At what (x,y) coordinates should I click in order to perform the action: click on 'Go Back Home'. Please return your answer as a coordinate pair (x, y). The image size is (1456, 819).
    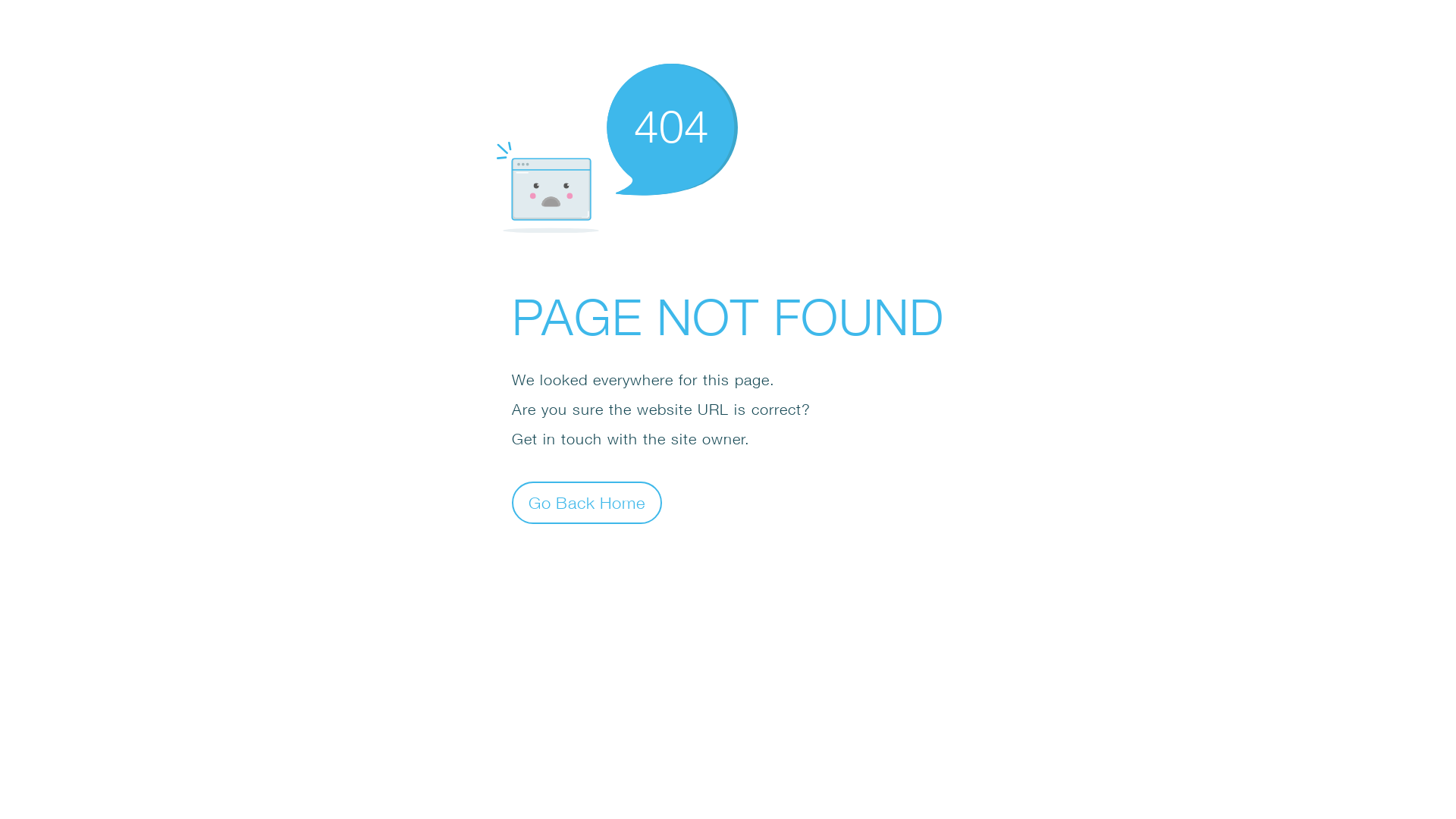
    Looking at the image, I should click on (585, 503).